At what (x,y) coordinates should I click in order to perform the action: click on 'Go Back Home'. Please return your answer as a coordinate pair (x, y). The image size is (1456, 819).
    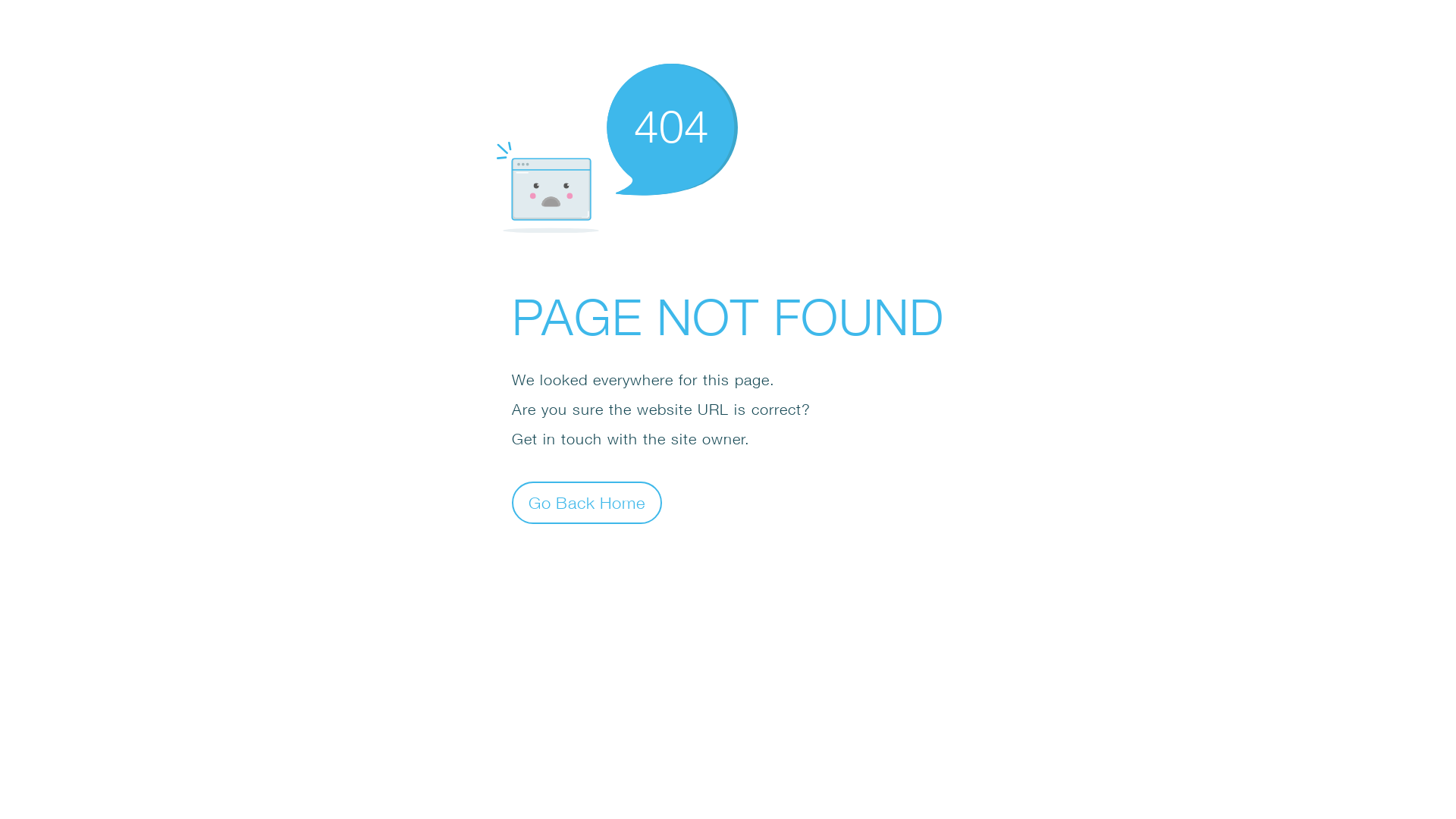
    Looking at the image, I should click on (585, 503).